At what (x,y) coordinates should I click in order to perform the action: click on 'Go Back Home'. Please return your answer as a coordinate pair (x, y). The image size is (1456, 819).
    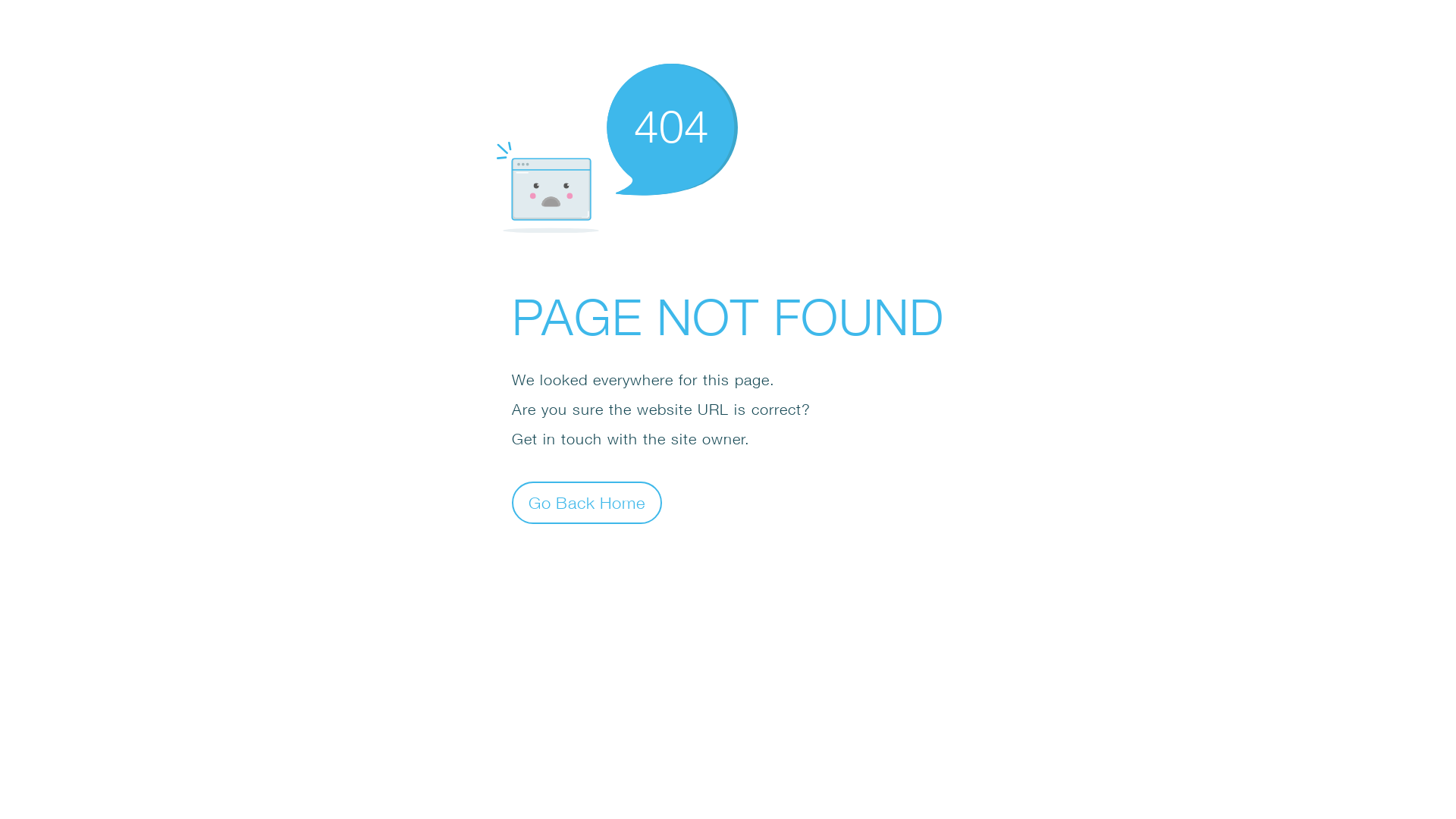
    Looking at the image, I should click on (585, 503).